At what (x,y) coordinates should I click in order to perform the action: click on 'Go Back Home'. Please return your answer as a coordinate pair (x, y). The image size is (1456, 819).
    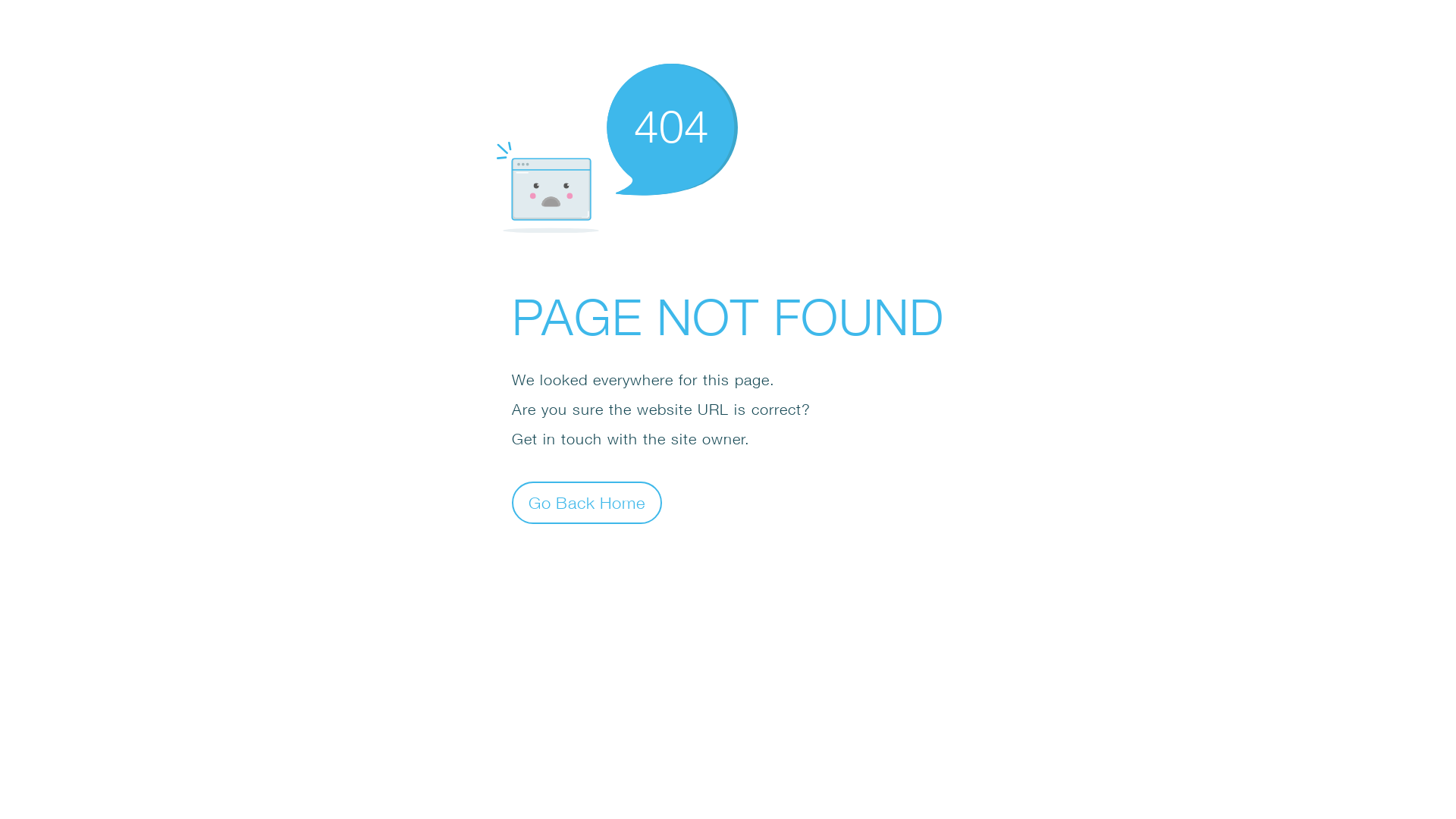
    Looking at the image, I should click on (585, 503).